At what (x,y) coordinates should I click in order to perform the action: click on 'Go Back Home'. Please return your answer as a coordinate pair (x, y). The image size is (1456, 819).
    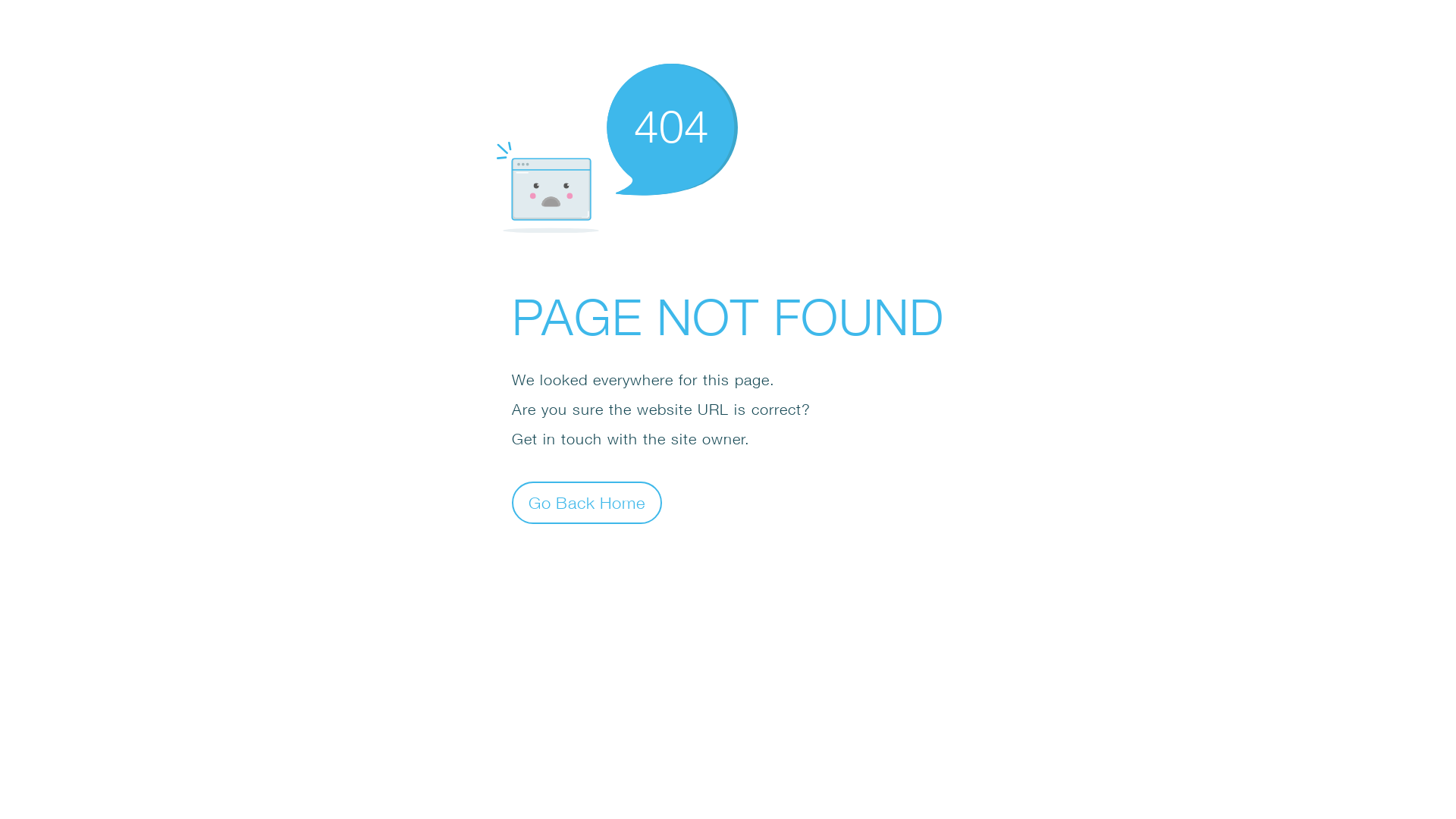
    Looking at the image, I should click on (585, 503).